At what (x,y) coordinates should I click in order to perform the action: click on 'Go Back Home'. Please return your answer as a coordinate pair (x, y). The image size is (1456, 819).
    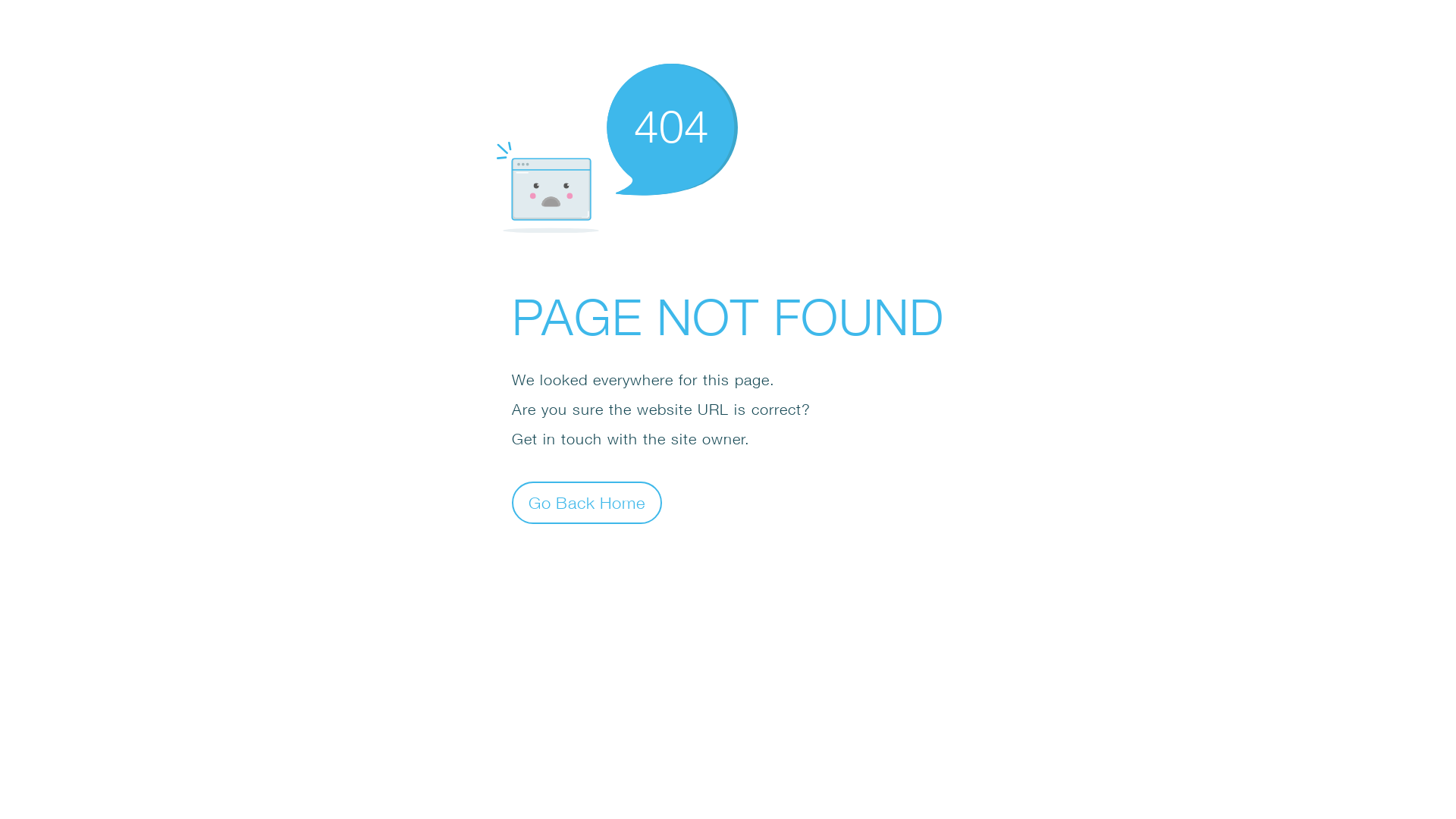
    Looking at the image, I should click on (585, 503).